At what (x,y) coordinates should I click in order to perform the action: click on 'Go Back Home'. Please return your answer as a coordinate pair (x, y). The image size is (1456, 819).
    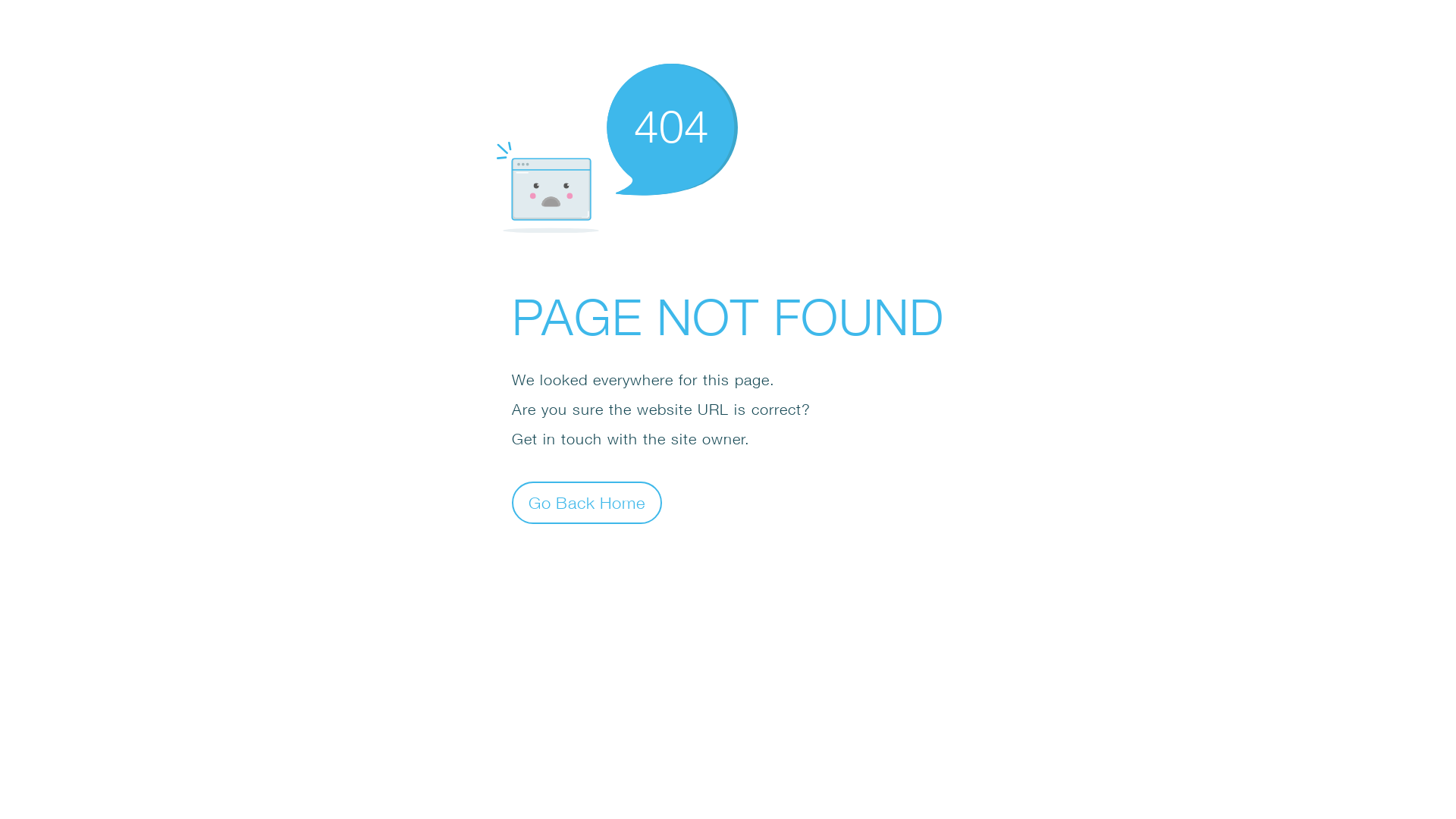
    Looking at the image, I should click on (585, 503).